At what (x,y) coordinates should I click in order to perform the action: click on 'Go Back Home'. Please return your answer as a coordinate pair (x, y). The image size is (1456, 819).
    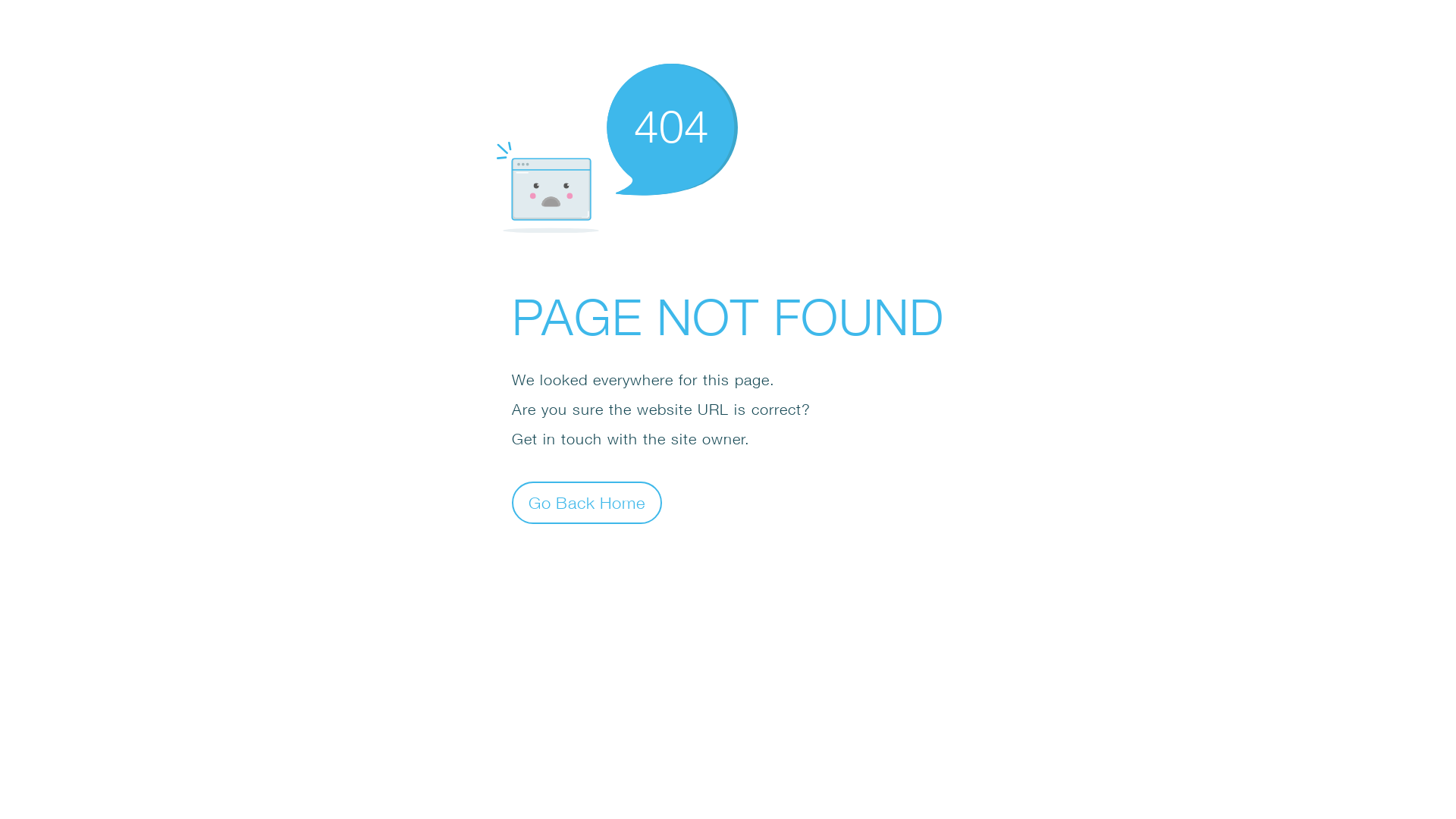
    Looking at the image, I should click on (585, 503).